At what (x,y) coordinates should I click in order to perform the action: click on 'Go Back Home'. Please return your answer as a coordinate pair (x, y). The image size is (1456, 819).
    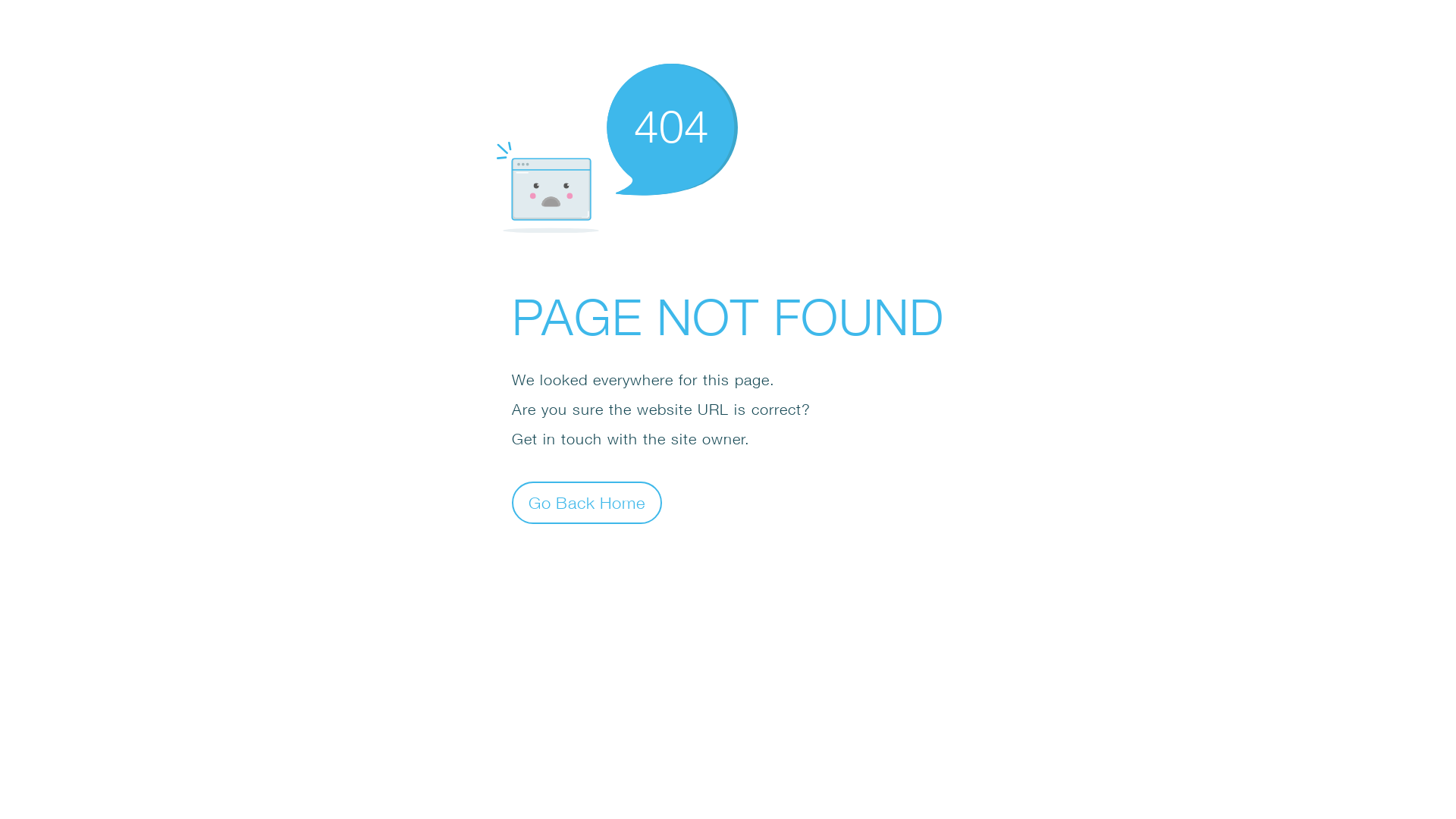
    Looking at the image, I should click on (585, 503).